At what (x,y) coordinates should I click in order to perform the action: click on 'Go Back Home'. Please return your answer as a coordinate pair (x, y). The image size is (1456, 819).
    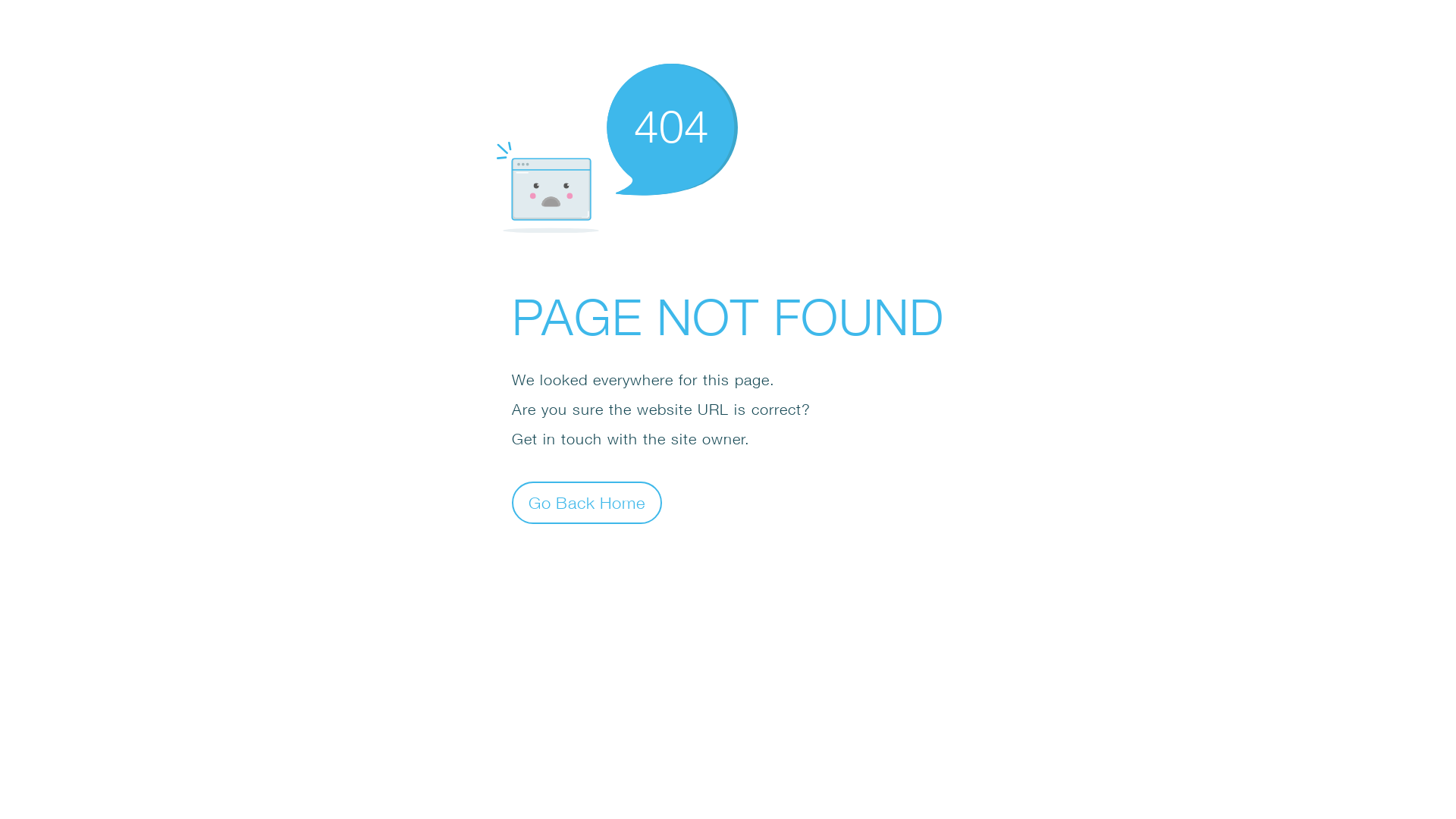
    Looking at the image, I should click on (585, 503).